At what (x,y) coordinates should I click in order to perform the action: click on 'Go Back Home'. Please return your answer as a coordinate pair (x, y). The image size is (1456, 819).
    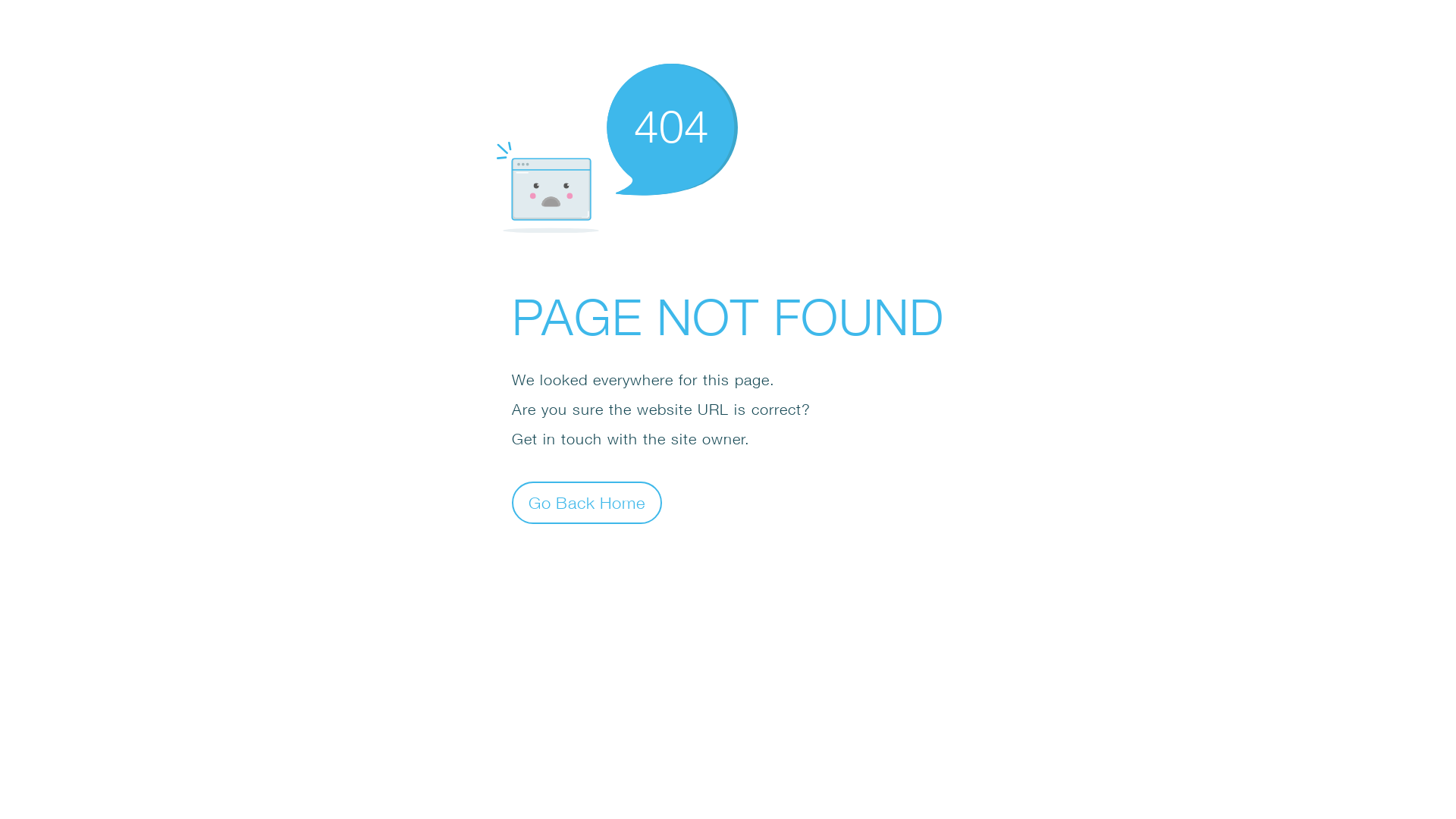
    Looking at the image, I should click on (585, 503).